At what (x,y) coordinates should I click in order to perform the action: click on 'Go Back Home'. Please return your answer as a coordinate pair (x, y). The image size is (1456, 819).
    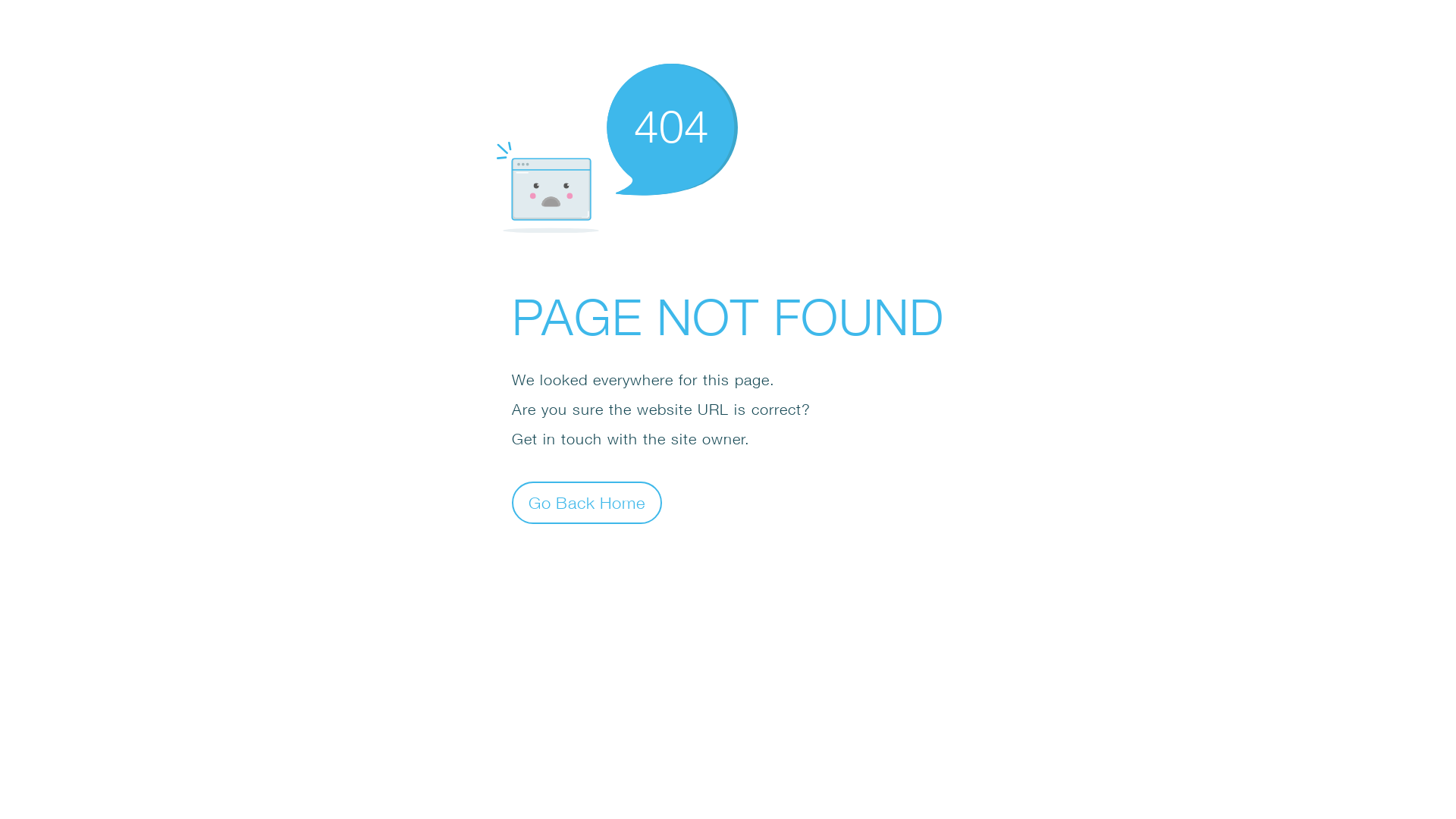
    Looking at the image, I should click on (585, 503).